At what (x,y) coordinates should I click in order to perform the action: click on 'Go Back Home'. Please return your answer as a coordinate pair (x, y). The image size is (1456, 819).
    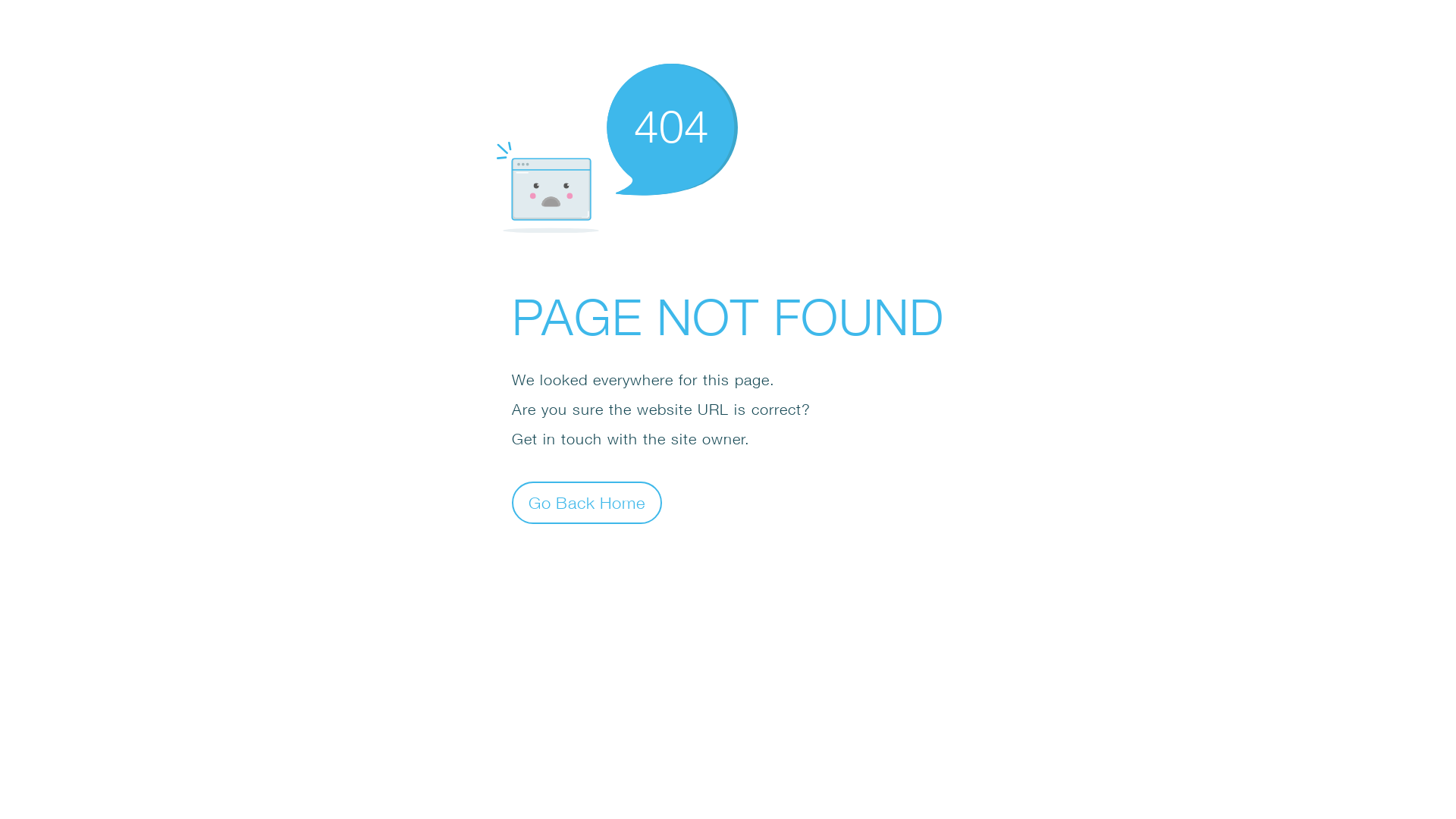
    Looking at the image, I should click on (585, 503).